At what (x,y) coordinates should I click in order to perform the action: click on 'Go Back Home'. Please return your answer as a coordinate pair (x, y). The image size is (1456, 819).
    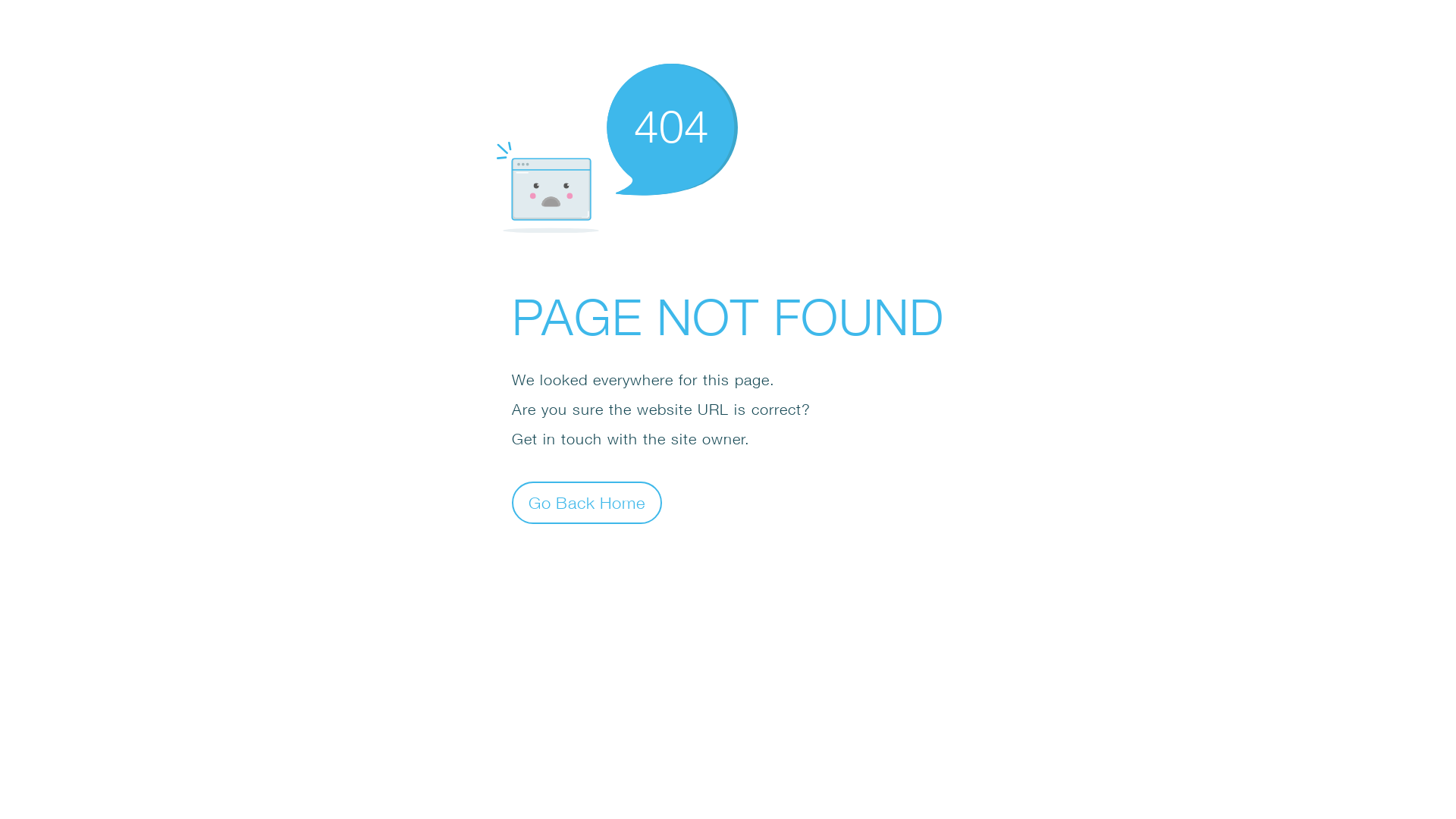
    Looking at the image, I should click on (585, 503).